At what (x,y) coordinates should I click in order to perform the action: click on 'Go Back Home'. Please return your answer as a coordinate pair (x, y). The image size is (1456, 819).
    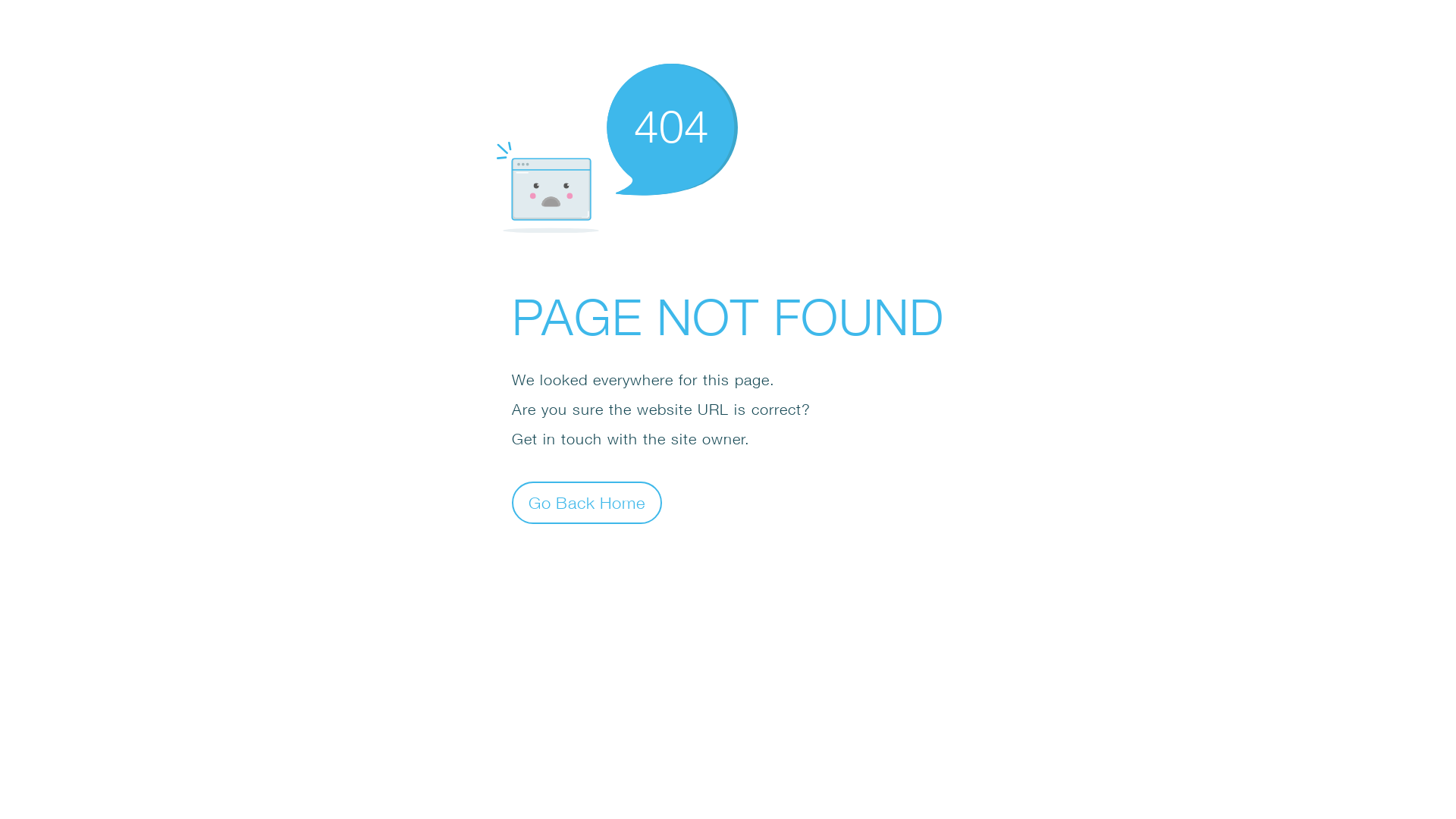
    Looking at the image, I should click on (585, 503).